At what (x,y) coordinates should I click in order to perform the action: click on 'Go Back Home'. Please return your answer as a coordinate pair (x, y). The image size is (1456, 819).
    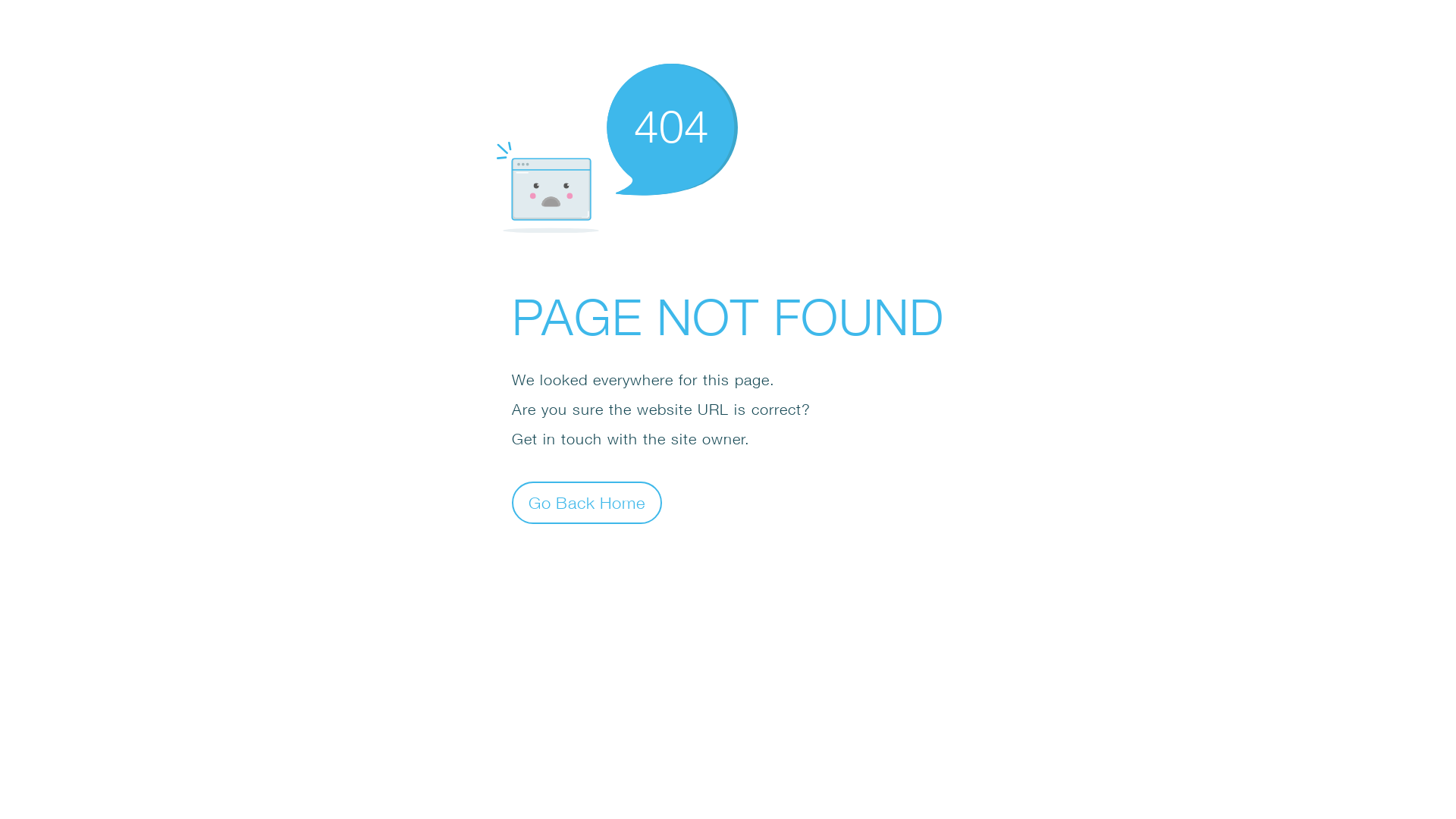
    Looking at the image, I should click on (585, 503).